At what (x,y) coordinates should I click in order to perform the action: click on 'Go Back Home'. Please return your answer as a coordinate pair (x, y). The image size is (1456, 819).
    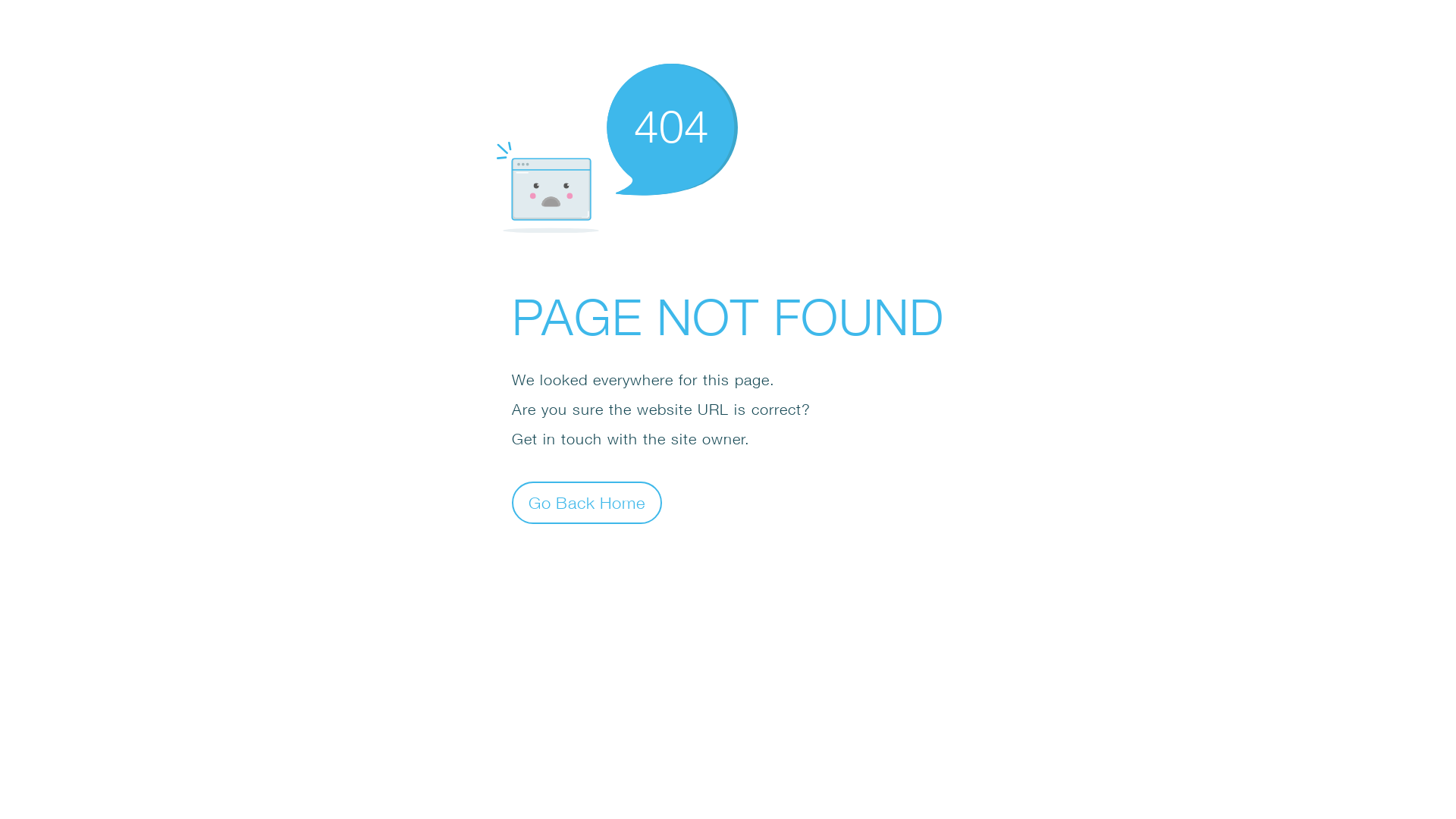
    Looking at the image, I should click on (585, 503).